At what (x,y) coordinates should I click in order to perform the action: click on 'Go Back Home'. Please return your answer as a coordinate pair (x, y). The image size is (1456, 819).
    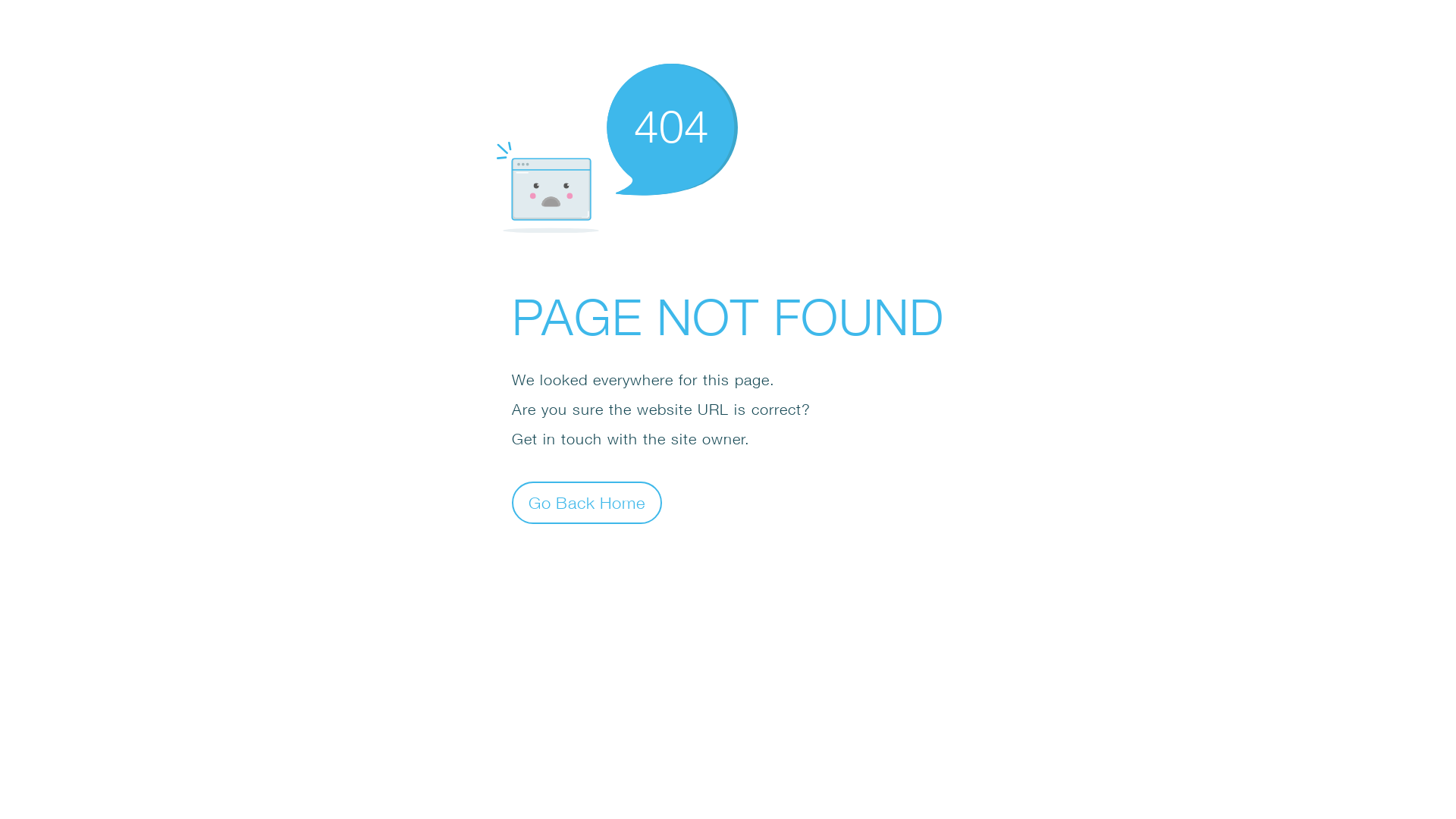
    Looking at the image, I should click on (585, 503).